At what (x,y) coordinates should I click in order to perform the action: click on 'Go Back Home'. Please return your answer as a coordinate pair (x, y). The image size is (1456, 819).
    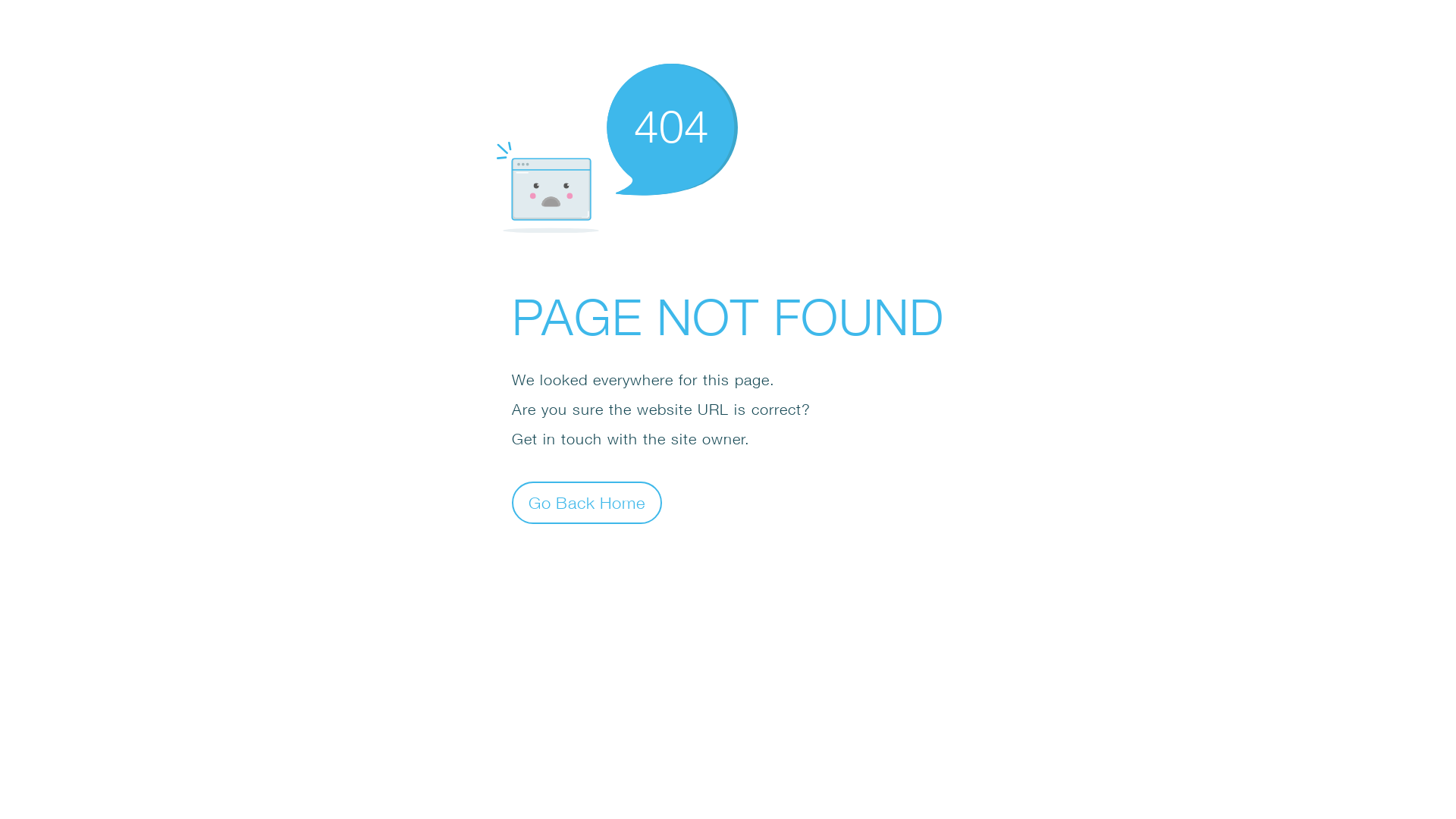
    Looking at the image, I should click on (585, 503).